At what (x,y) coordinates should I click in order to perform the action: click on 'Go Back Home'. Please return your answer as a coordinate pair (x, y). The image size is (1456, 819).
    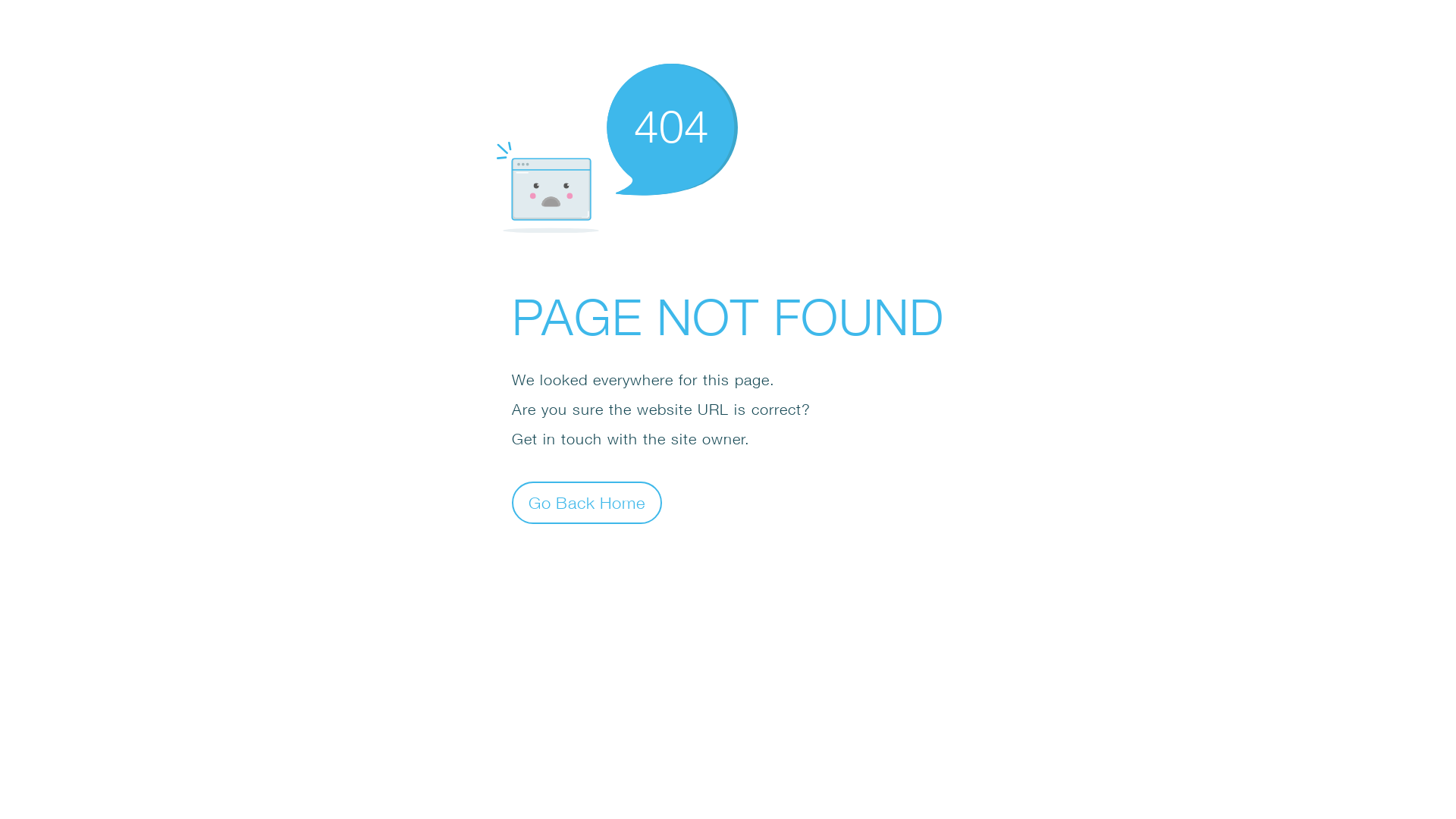
    Looking at the image, I should click on (585, 503).